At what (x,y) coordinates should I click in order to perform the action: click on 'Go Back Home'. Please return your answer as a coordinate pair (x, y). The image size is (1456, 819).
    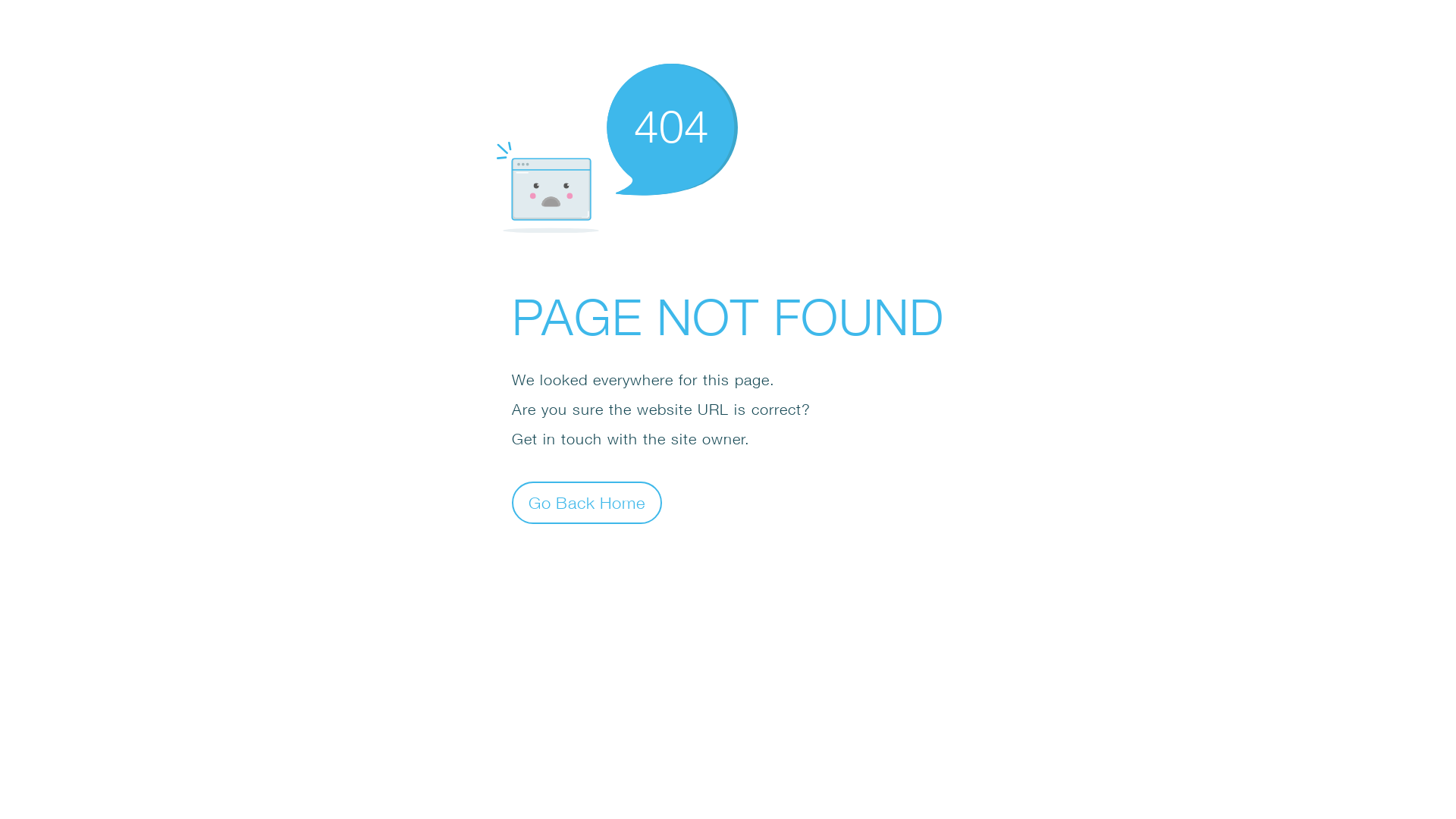
    Looking at the image, I should click on (585, 503).